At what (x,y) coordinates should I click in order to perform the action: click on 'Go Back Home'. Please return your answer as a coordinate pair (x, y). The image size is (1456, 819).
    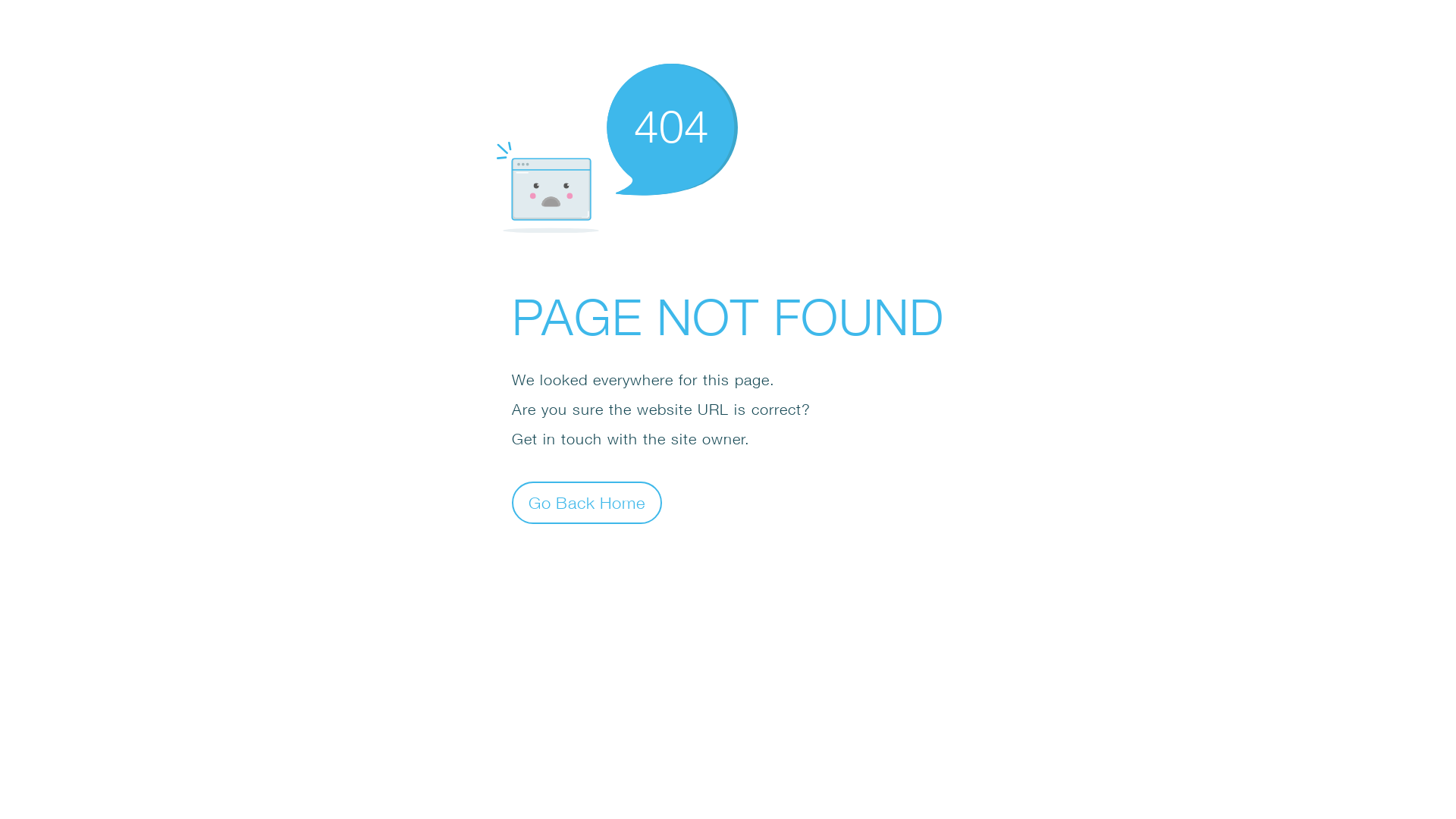
    Looking at the image, I should click on (585, 503).